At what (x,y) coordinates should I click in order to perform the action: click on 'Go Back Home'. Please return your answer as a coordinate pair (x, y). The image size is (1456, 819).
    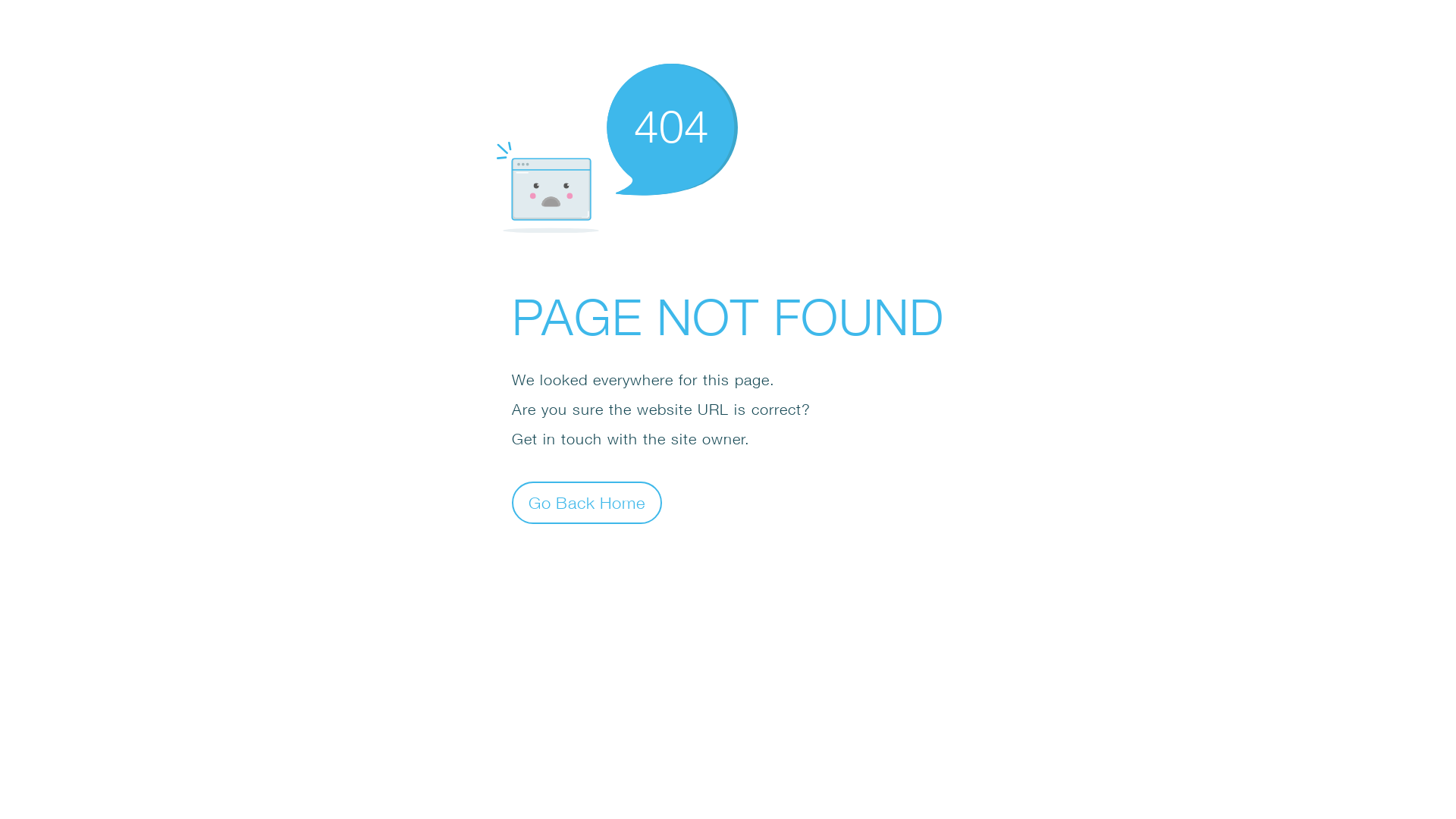
    Looking at the image, I should click on (585, 503).